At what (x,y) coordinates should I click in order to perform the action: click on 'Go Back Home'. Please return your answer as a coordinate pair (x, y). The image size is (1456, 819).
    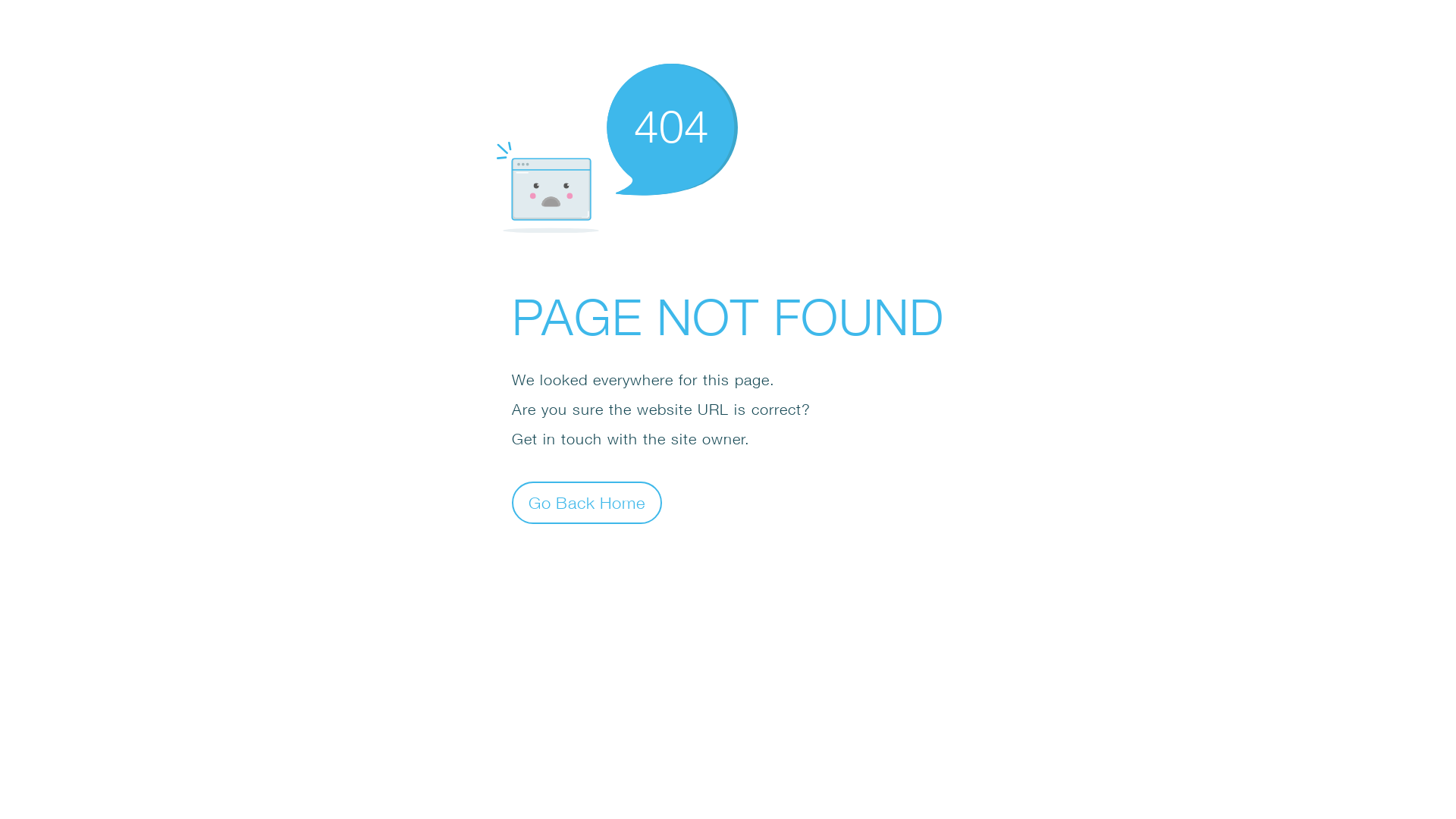
    Looking at the image, I should click on (585, 503).